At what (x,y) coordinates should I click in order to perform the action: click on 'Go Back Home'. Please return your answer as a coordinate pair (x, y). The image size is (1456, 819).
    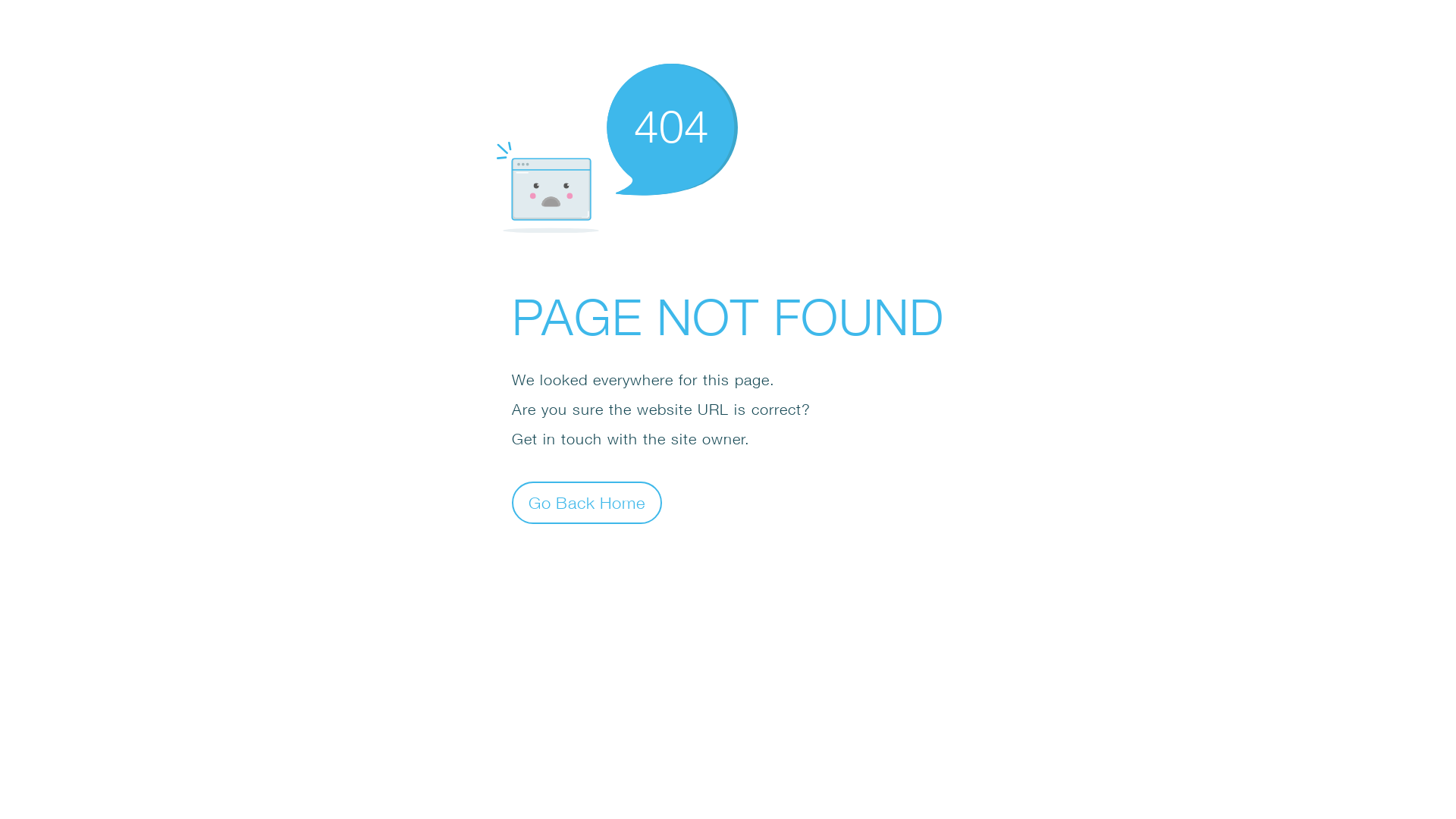
    Looking at the image, I should click on (585, 503).